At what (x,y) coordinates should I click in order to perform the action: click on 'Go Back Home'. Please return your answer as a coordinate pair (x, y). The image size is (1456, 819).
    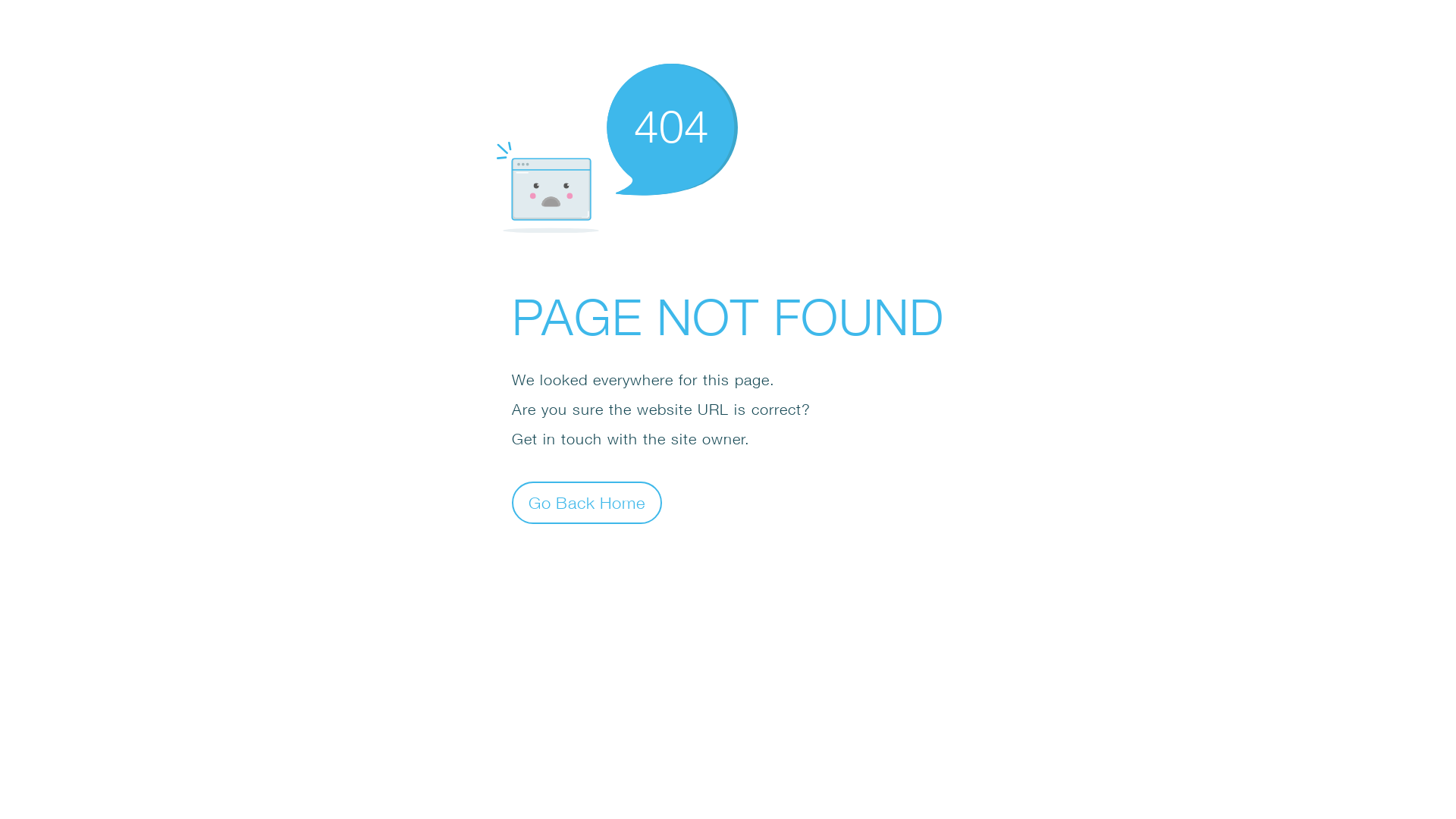
    Looking at the image, I should click on (585, 503).